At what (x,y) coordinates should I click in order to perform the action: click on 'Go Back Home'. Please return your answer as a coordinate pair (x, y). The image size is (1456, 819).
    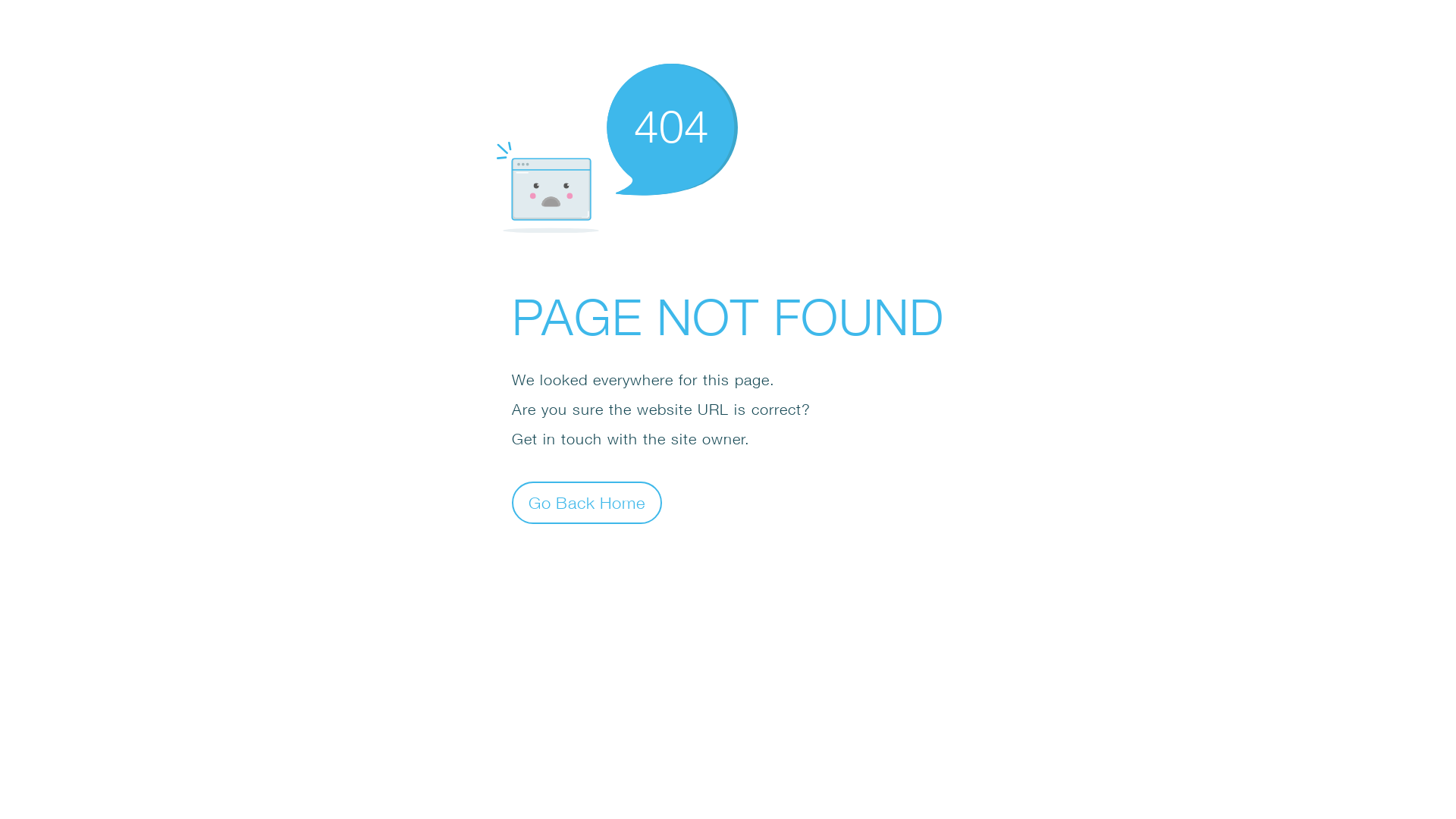
    Looking at the image, I should click on (585, 503).